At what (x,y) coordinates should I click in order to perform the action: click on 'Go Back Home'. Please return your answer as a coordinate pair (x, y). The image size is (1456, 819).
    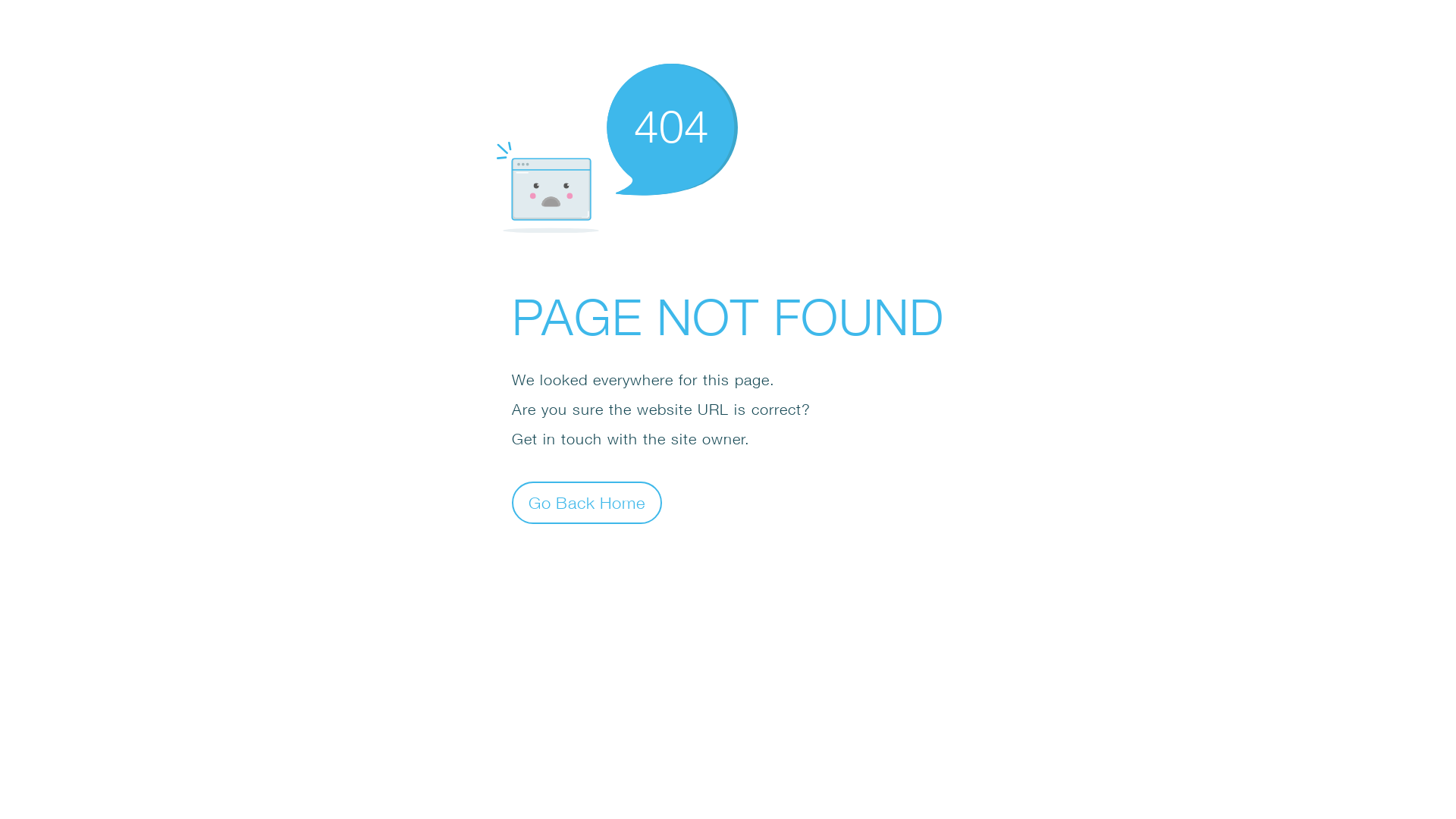
    Looking at the image, I should click on (585, 503).